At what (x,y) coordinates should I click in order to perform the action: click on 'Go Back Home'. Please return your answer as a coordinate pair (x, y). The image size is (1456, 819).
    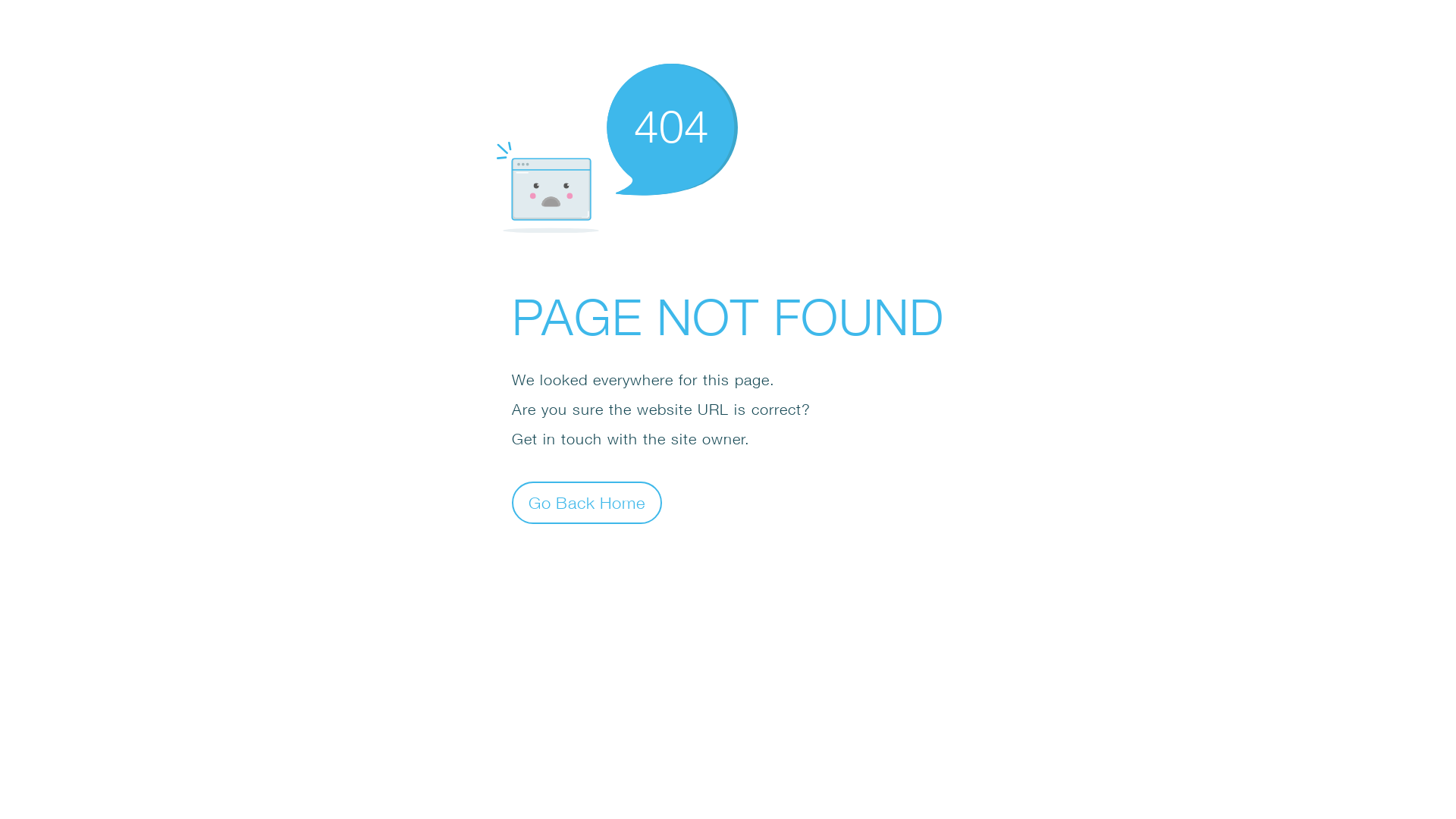
    Looking at the image, I should click on (585, 503).